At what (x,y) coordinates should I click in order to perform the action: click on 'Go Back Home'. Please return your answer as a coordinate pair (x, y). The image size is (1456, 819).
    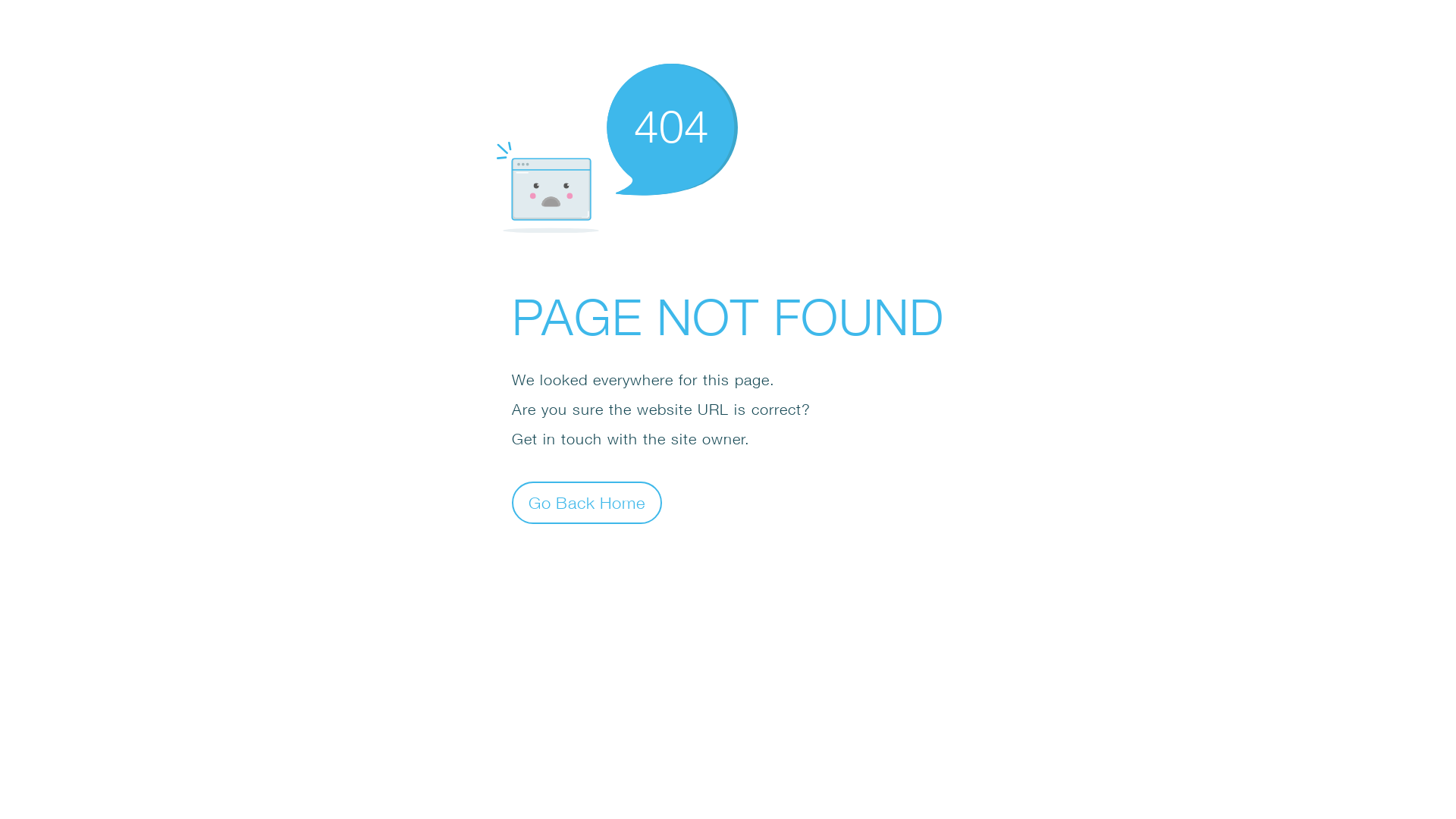
    Looking at the image, I should click on (585, 503).